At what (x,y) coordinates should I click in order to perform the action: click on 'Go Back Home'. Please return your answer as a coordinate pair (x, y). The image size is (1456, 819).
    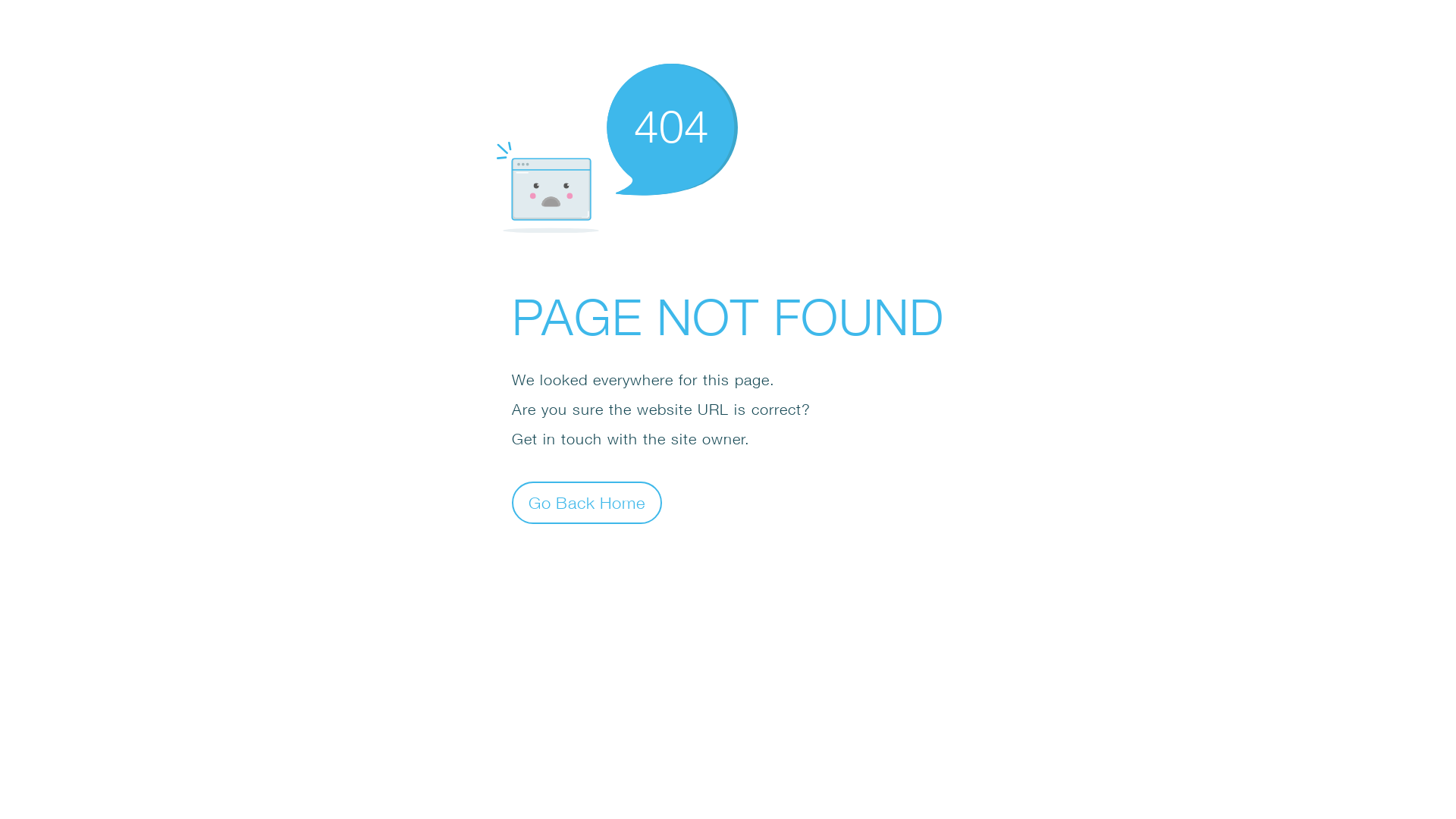
    Looking at the image, I should click on (585, 503).